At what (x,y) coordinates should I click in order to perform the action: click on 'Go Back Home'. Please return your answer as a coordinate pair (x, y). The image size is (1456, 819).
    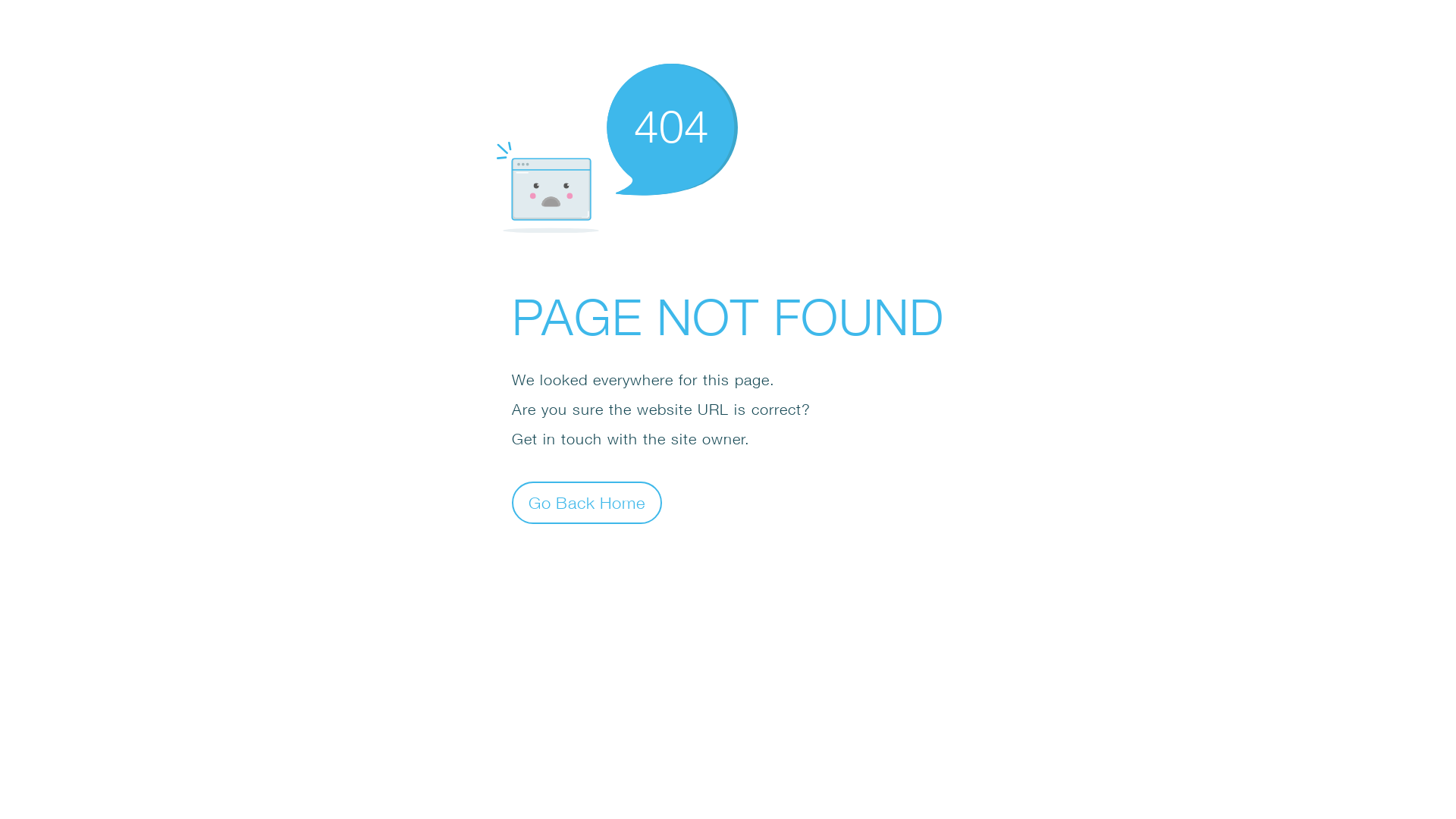
    Looking at the image, I should click on (585, 503).